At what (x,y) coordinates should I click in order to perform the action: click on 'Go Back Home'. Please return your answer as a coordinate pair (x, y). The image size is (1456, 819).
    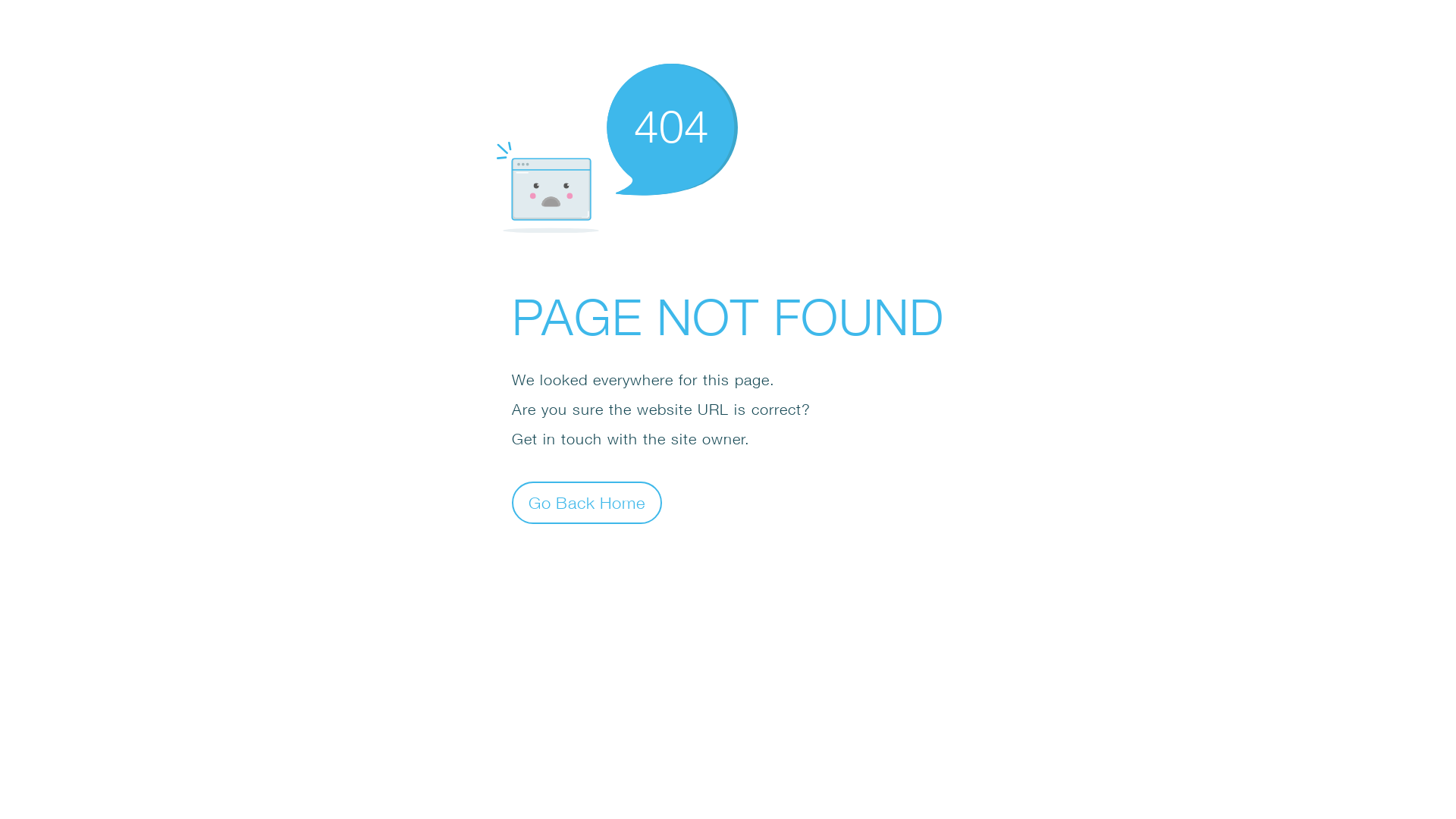
    Looking at the image, I should click on (585, 503).